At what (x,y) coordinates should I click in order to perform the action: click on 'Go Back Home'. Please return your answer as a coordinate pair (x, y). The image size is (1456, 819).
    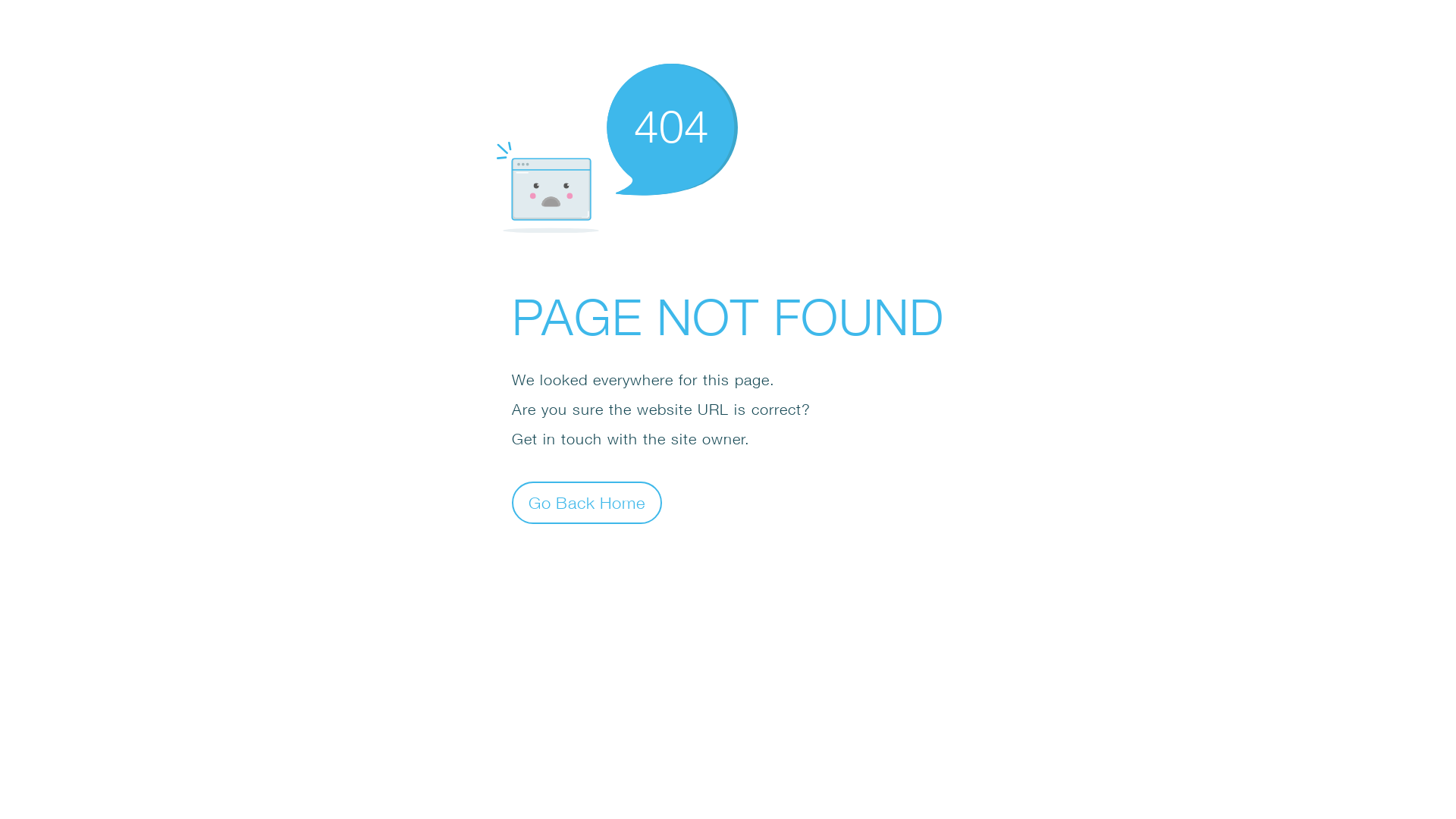
    Looking at the image, I should click on (585, 503).